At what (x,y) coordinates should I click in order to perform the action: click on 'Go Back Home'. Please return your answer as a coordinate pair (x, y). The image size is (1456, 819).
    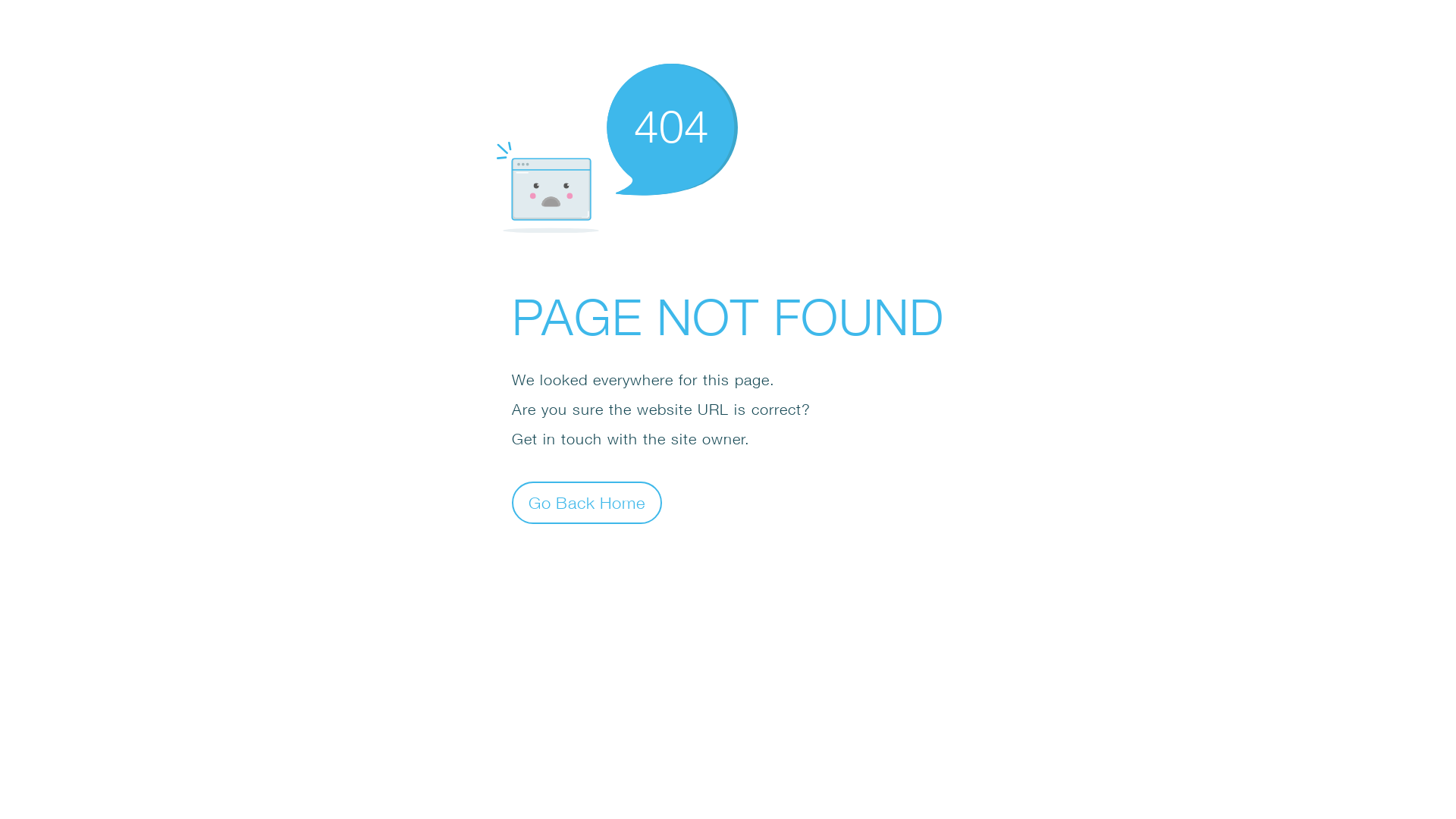
    Looking at the image, I should click on (585, 503).